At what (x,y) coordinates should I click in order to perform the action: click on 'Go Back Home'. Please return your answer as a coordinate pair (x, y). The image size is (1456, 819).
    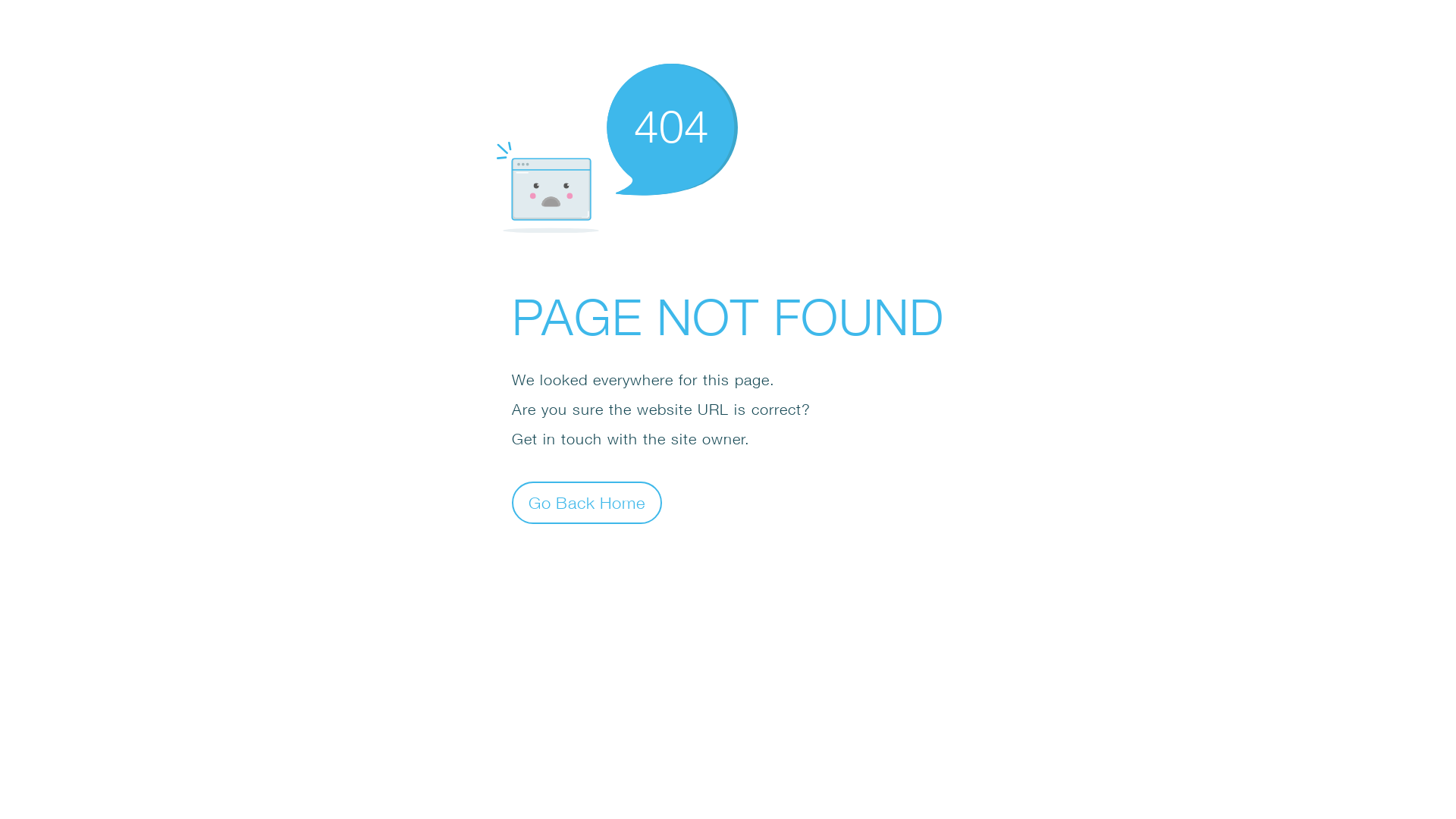
    Looking at the image, I should click on (585, 503).